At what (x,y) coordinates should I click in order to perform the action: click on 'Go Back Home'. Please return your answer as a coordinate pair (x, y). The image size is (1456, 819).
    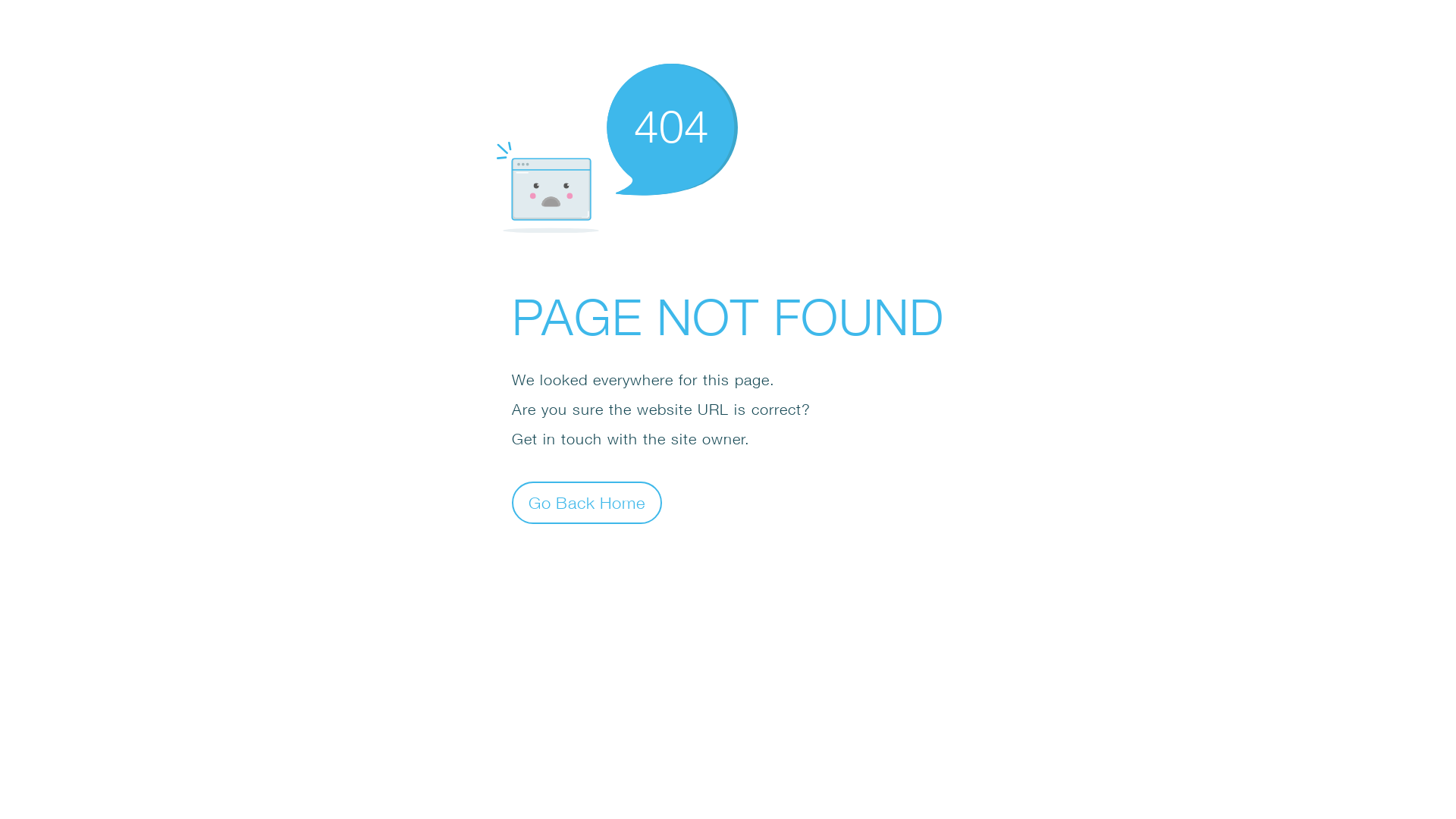
    Looking at the image, I should click on (585, 503).